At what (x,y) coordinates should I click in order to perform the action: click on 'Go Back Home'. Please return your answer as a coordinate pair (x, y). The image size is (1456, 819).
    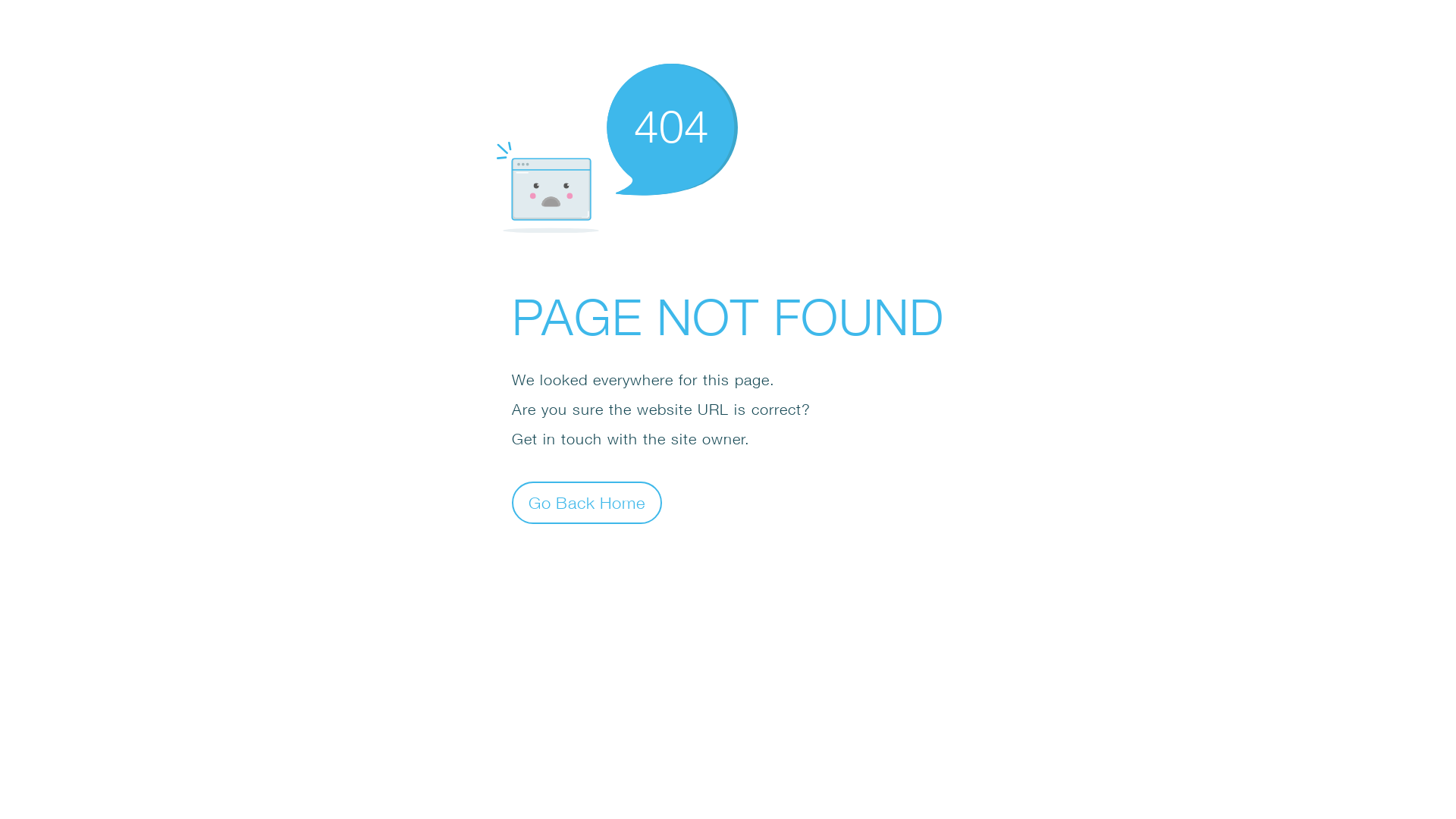
    Looking at the image, I should click on (585, 503).